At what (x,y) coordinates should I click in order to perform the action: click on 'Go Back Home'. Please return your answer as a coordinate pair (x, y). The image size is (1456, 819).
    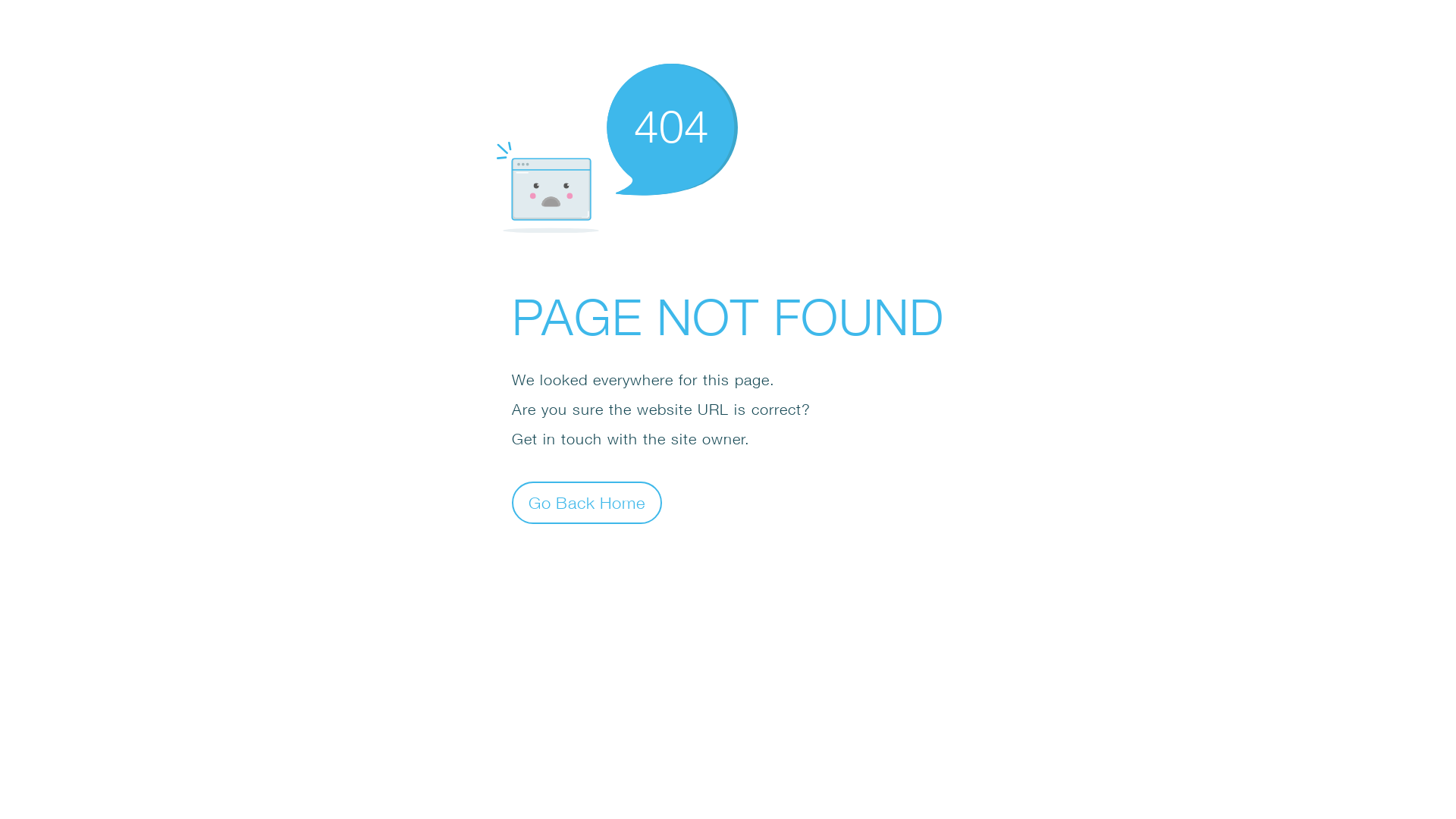
    Looking at the image, I should click on (585, 503).